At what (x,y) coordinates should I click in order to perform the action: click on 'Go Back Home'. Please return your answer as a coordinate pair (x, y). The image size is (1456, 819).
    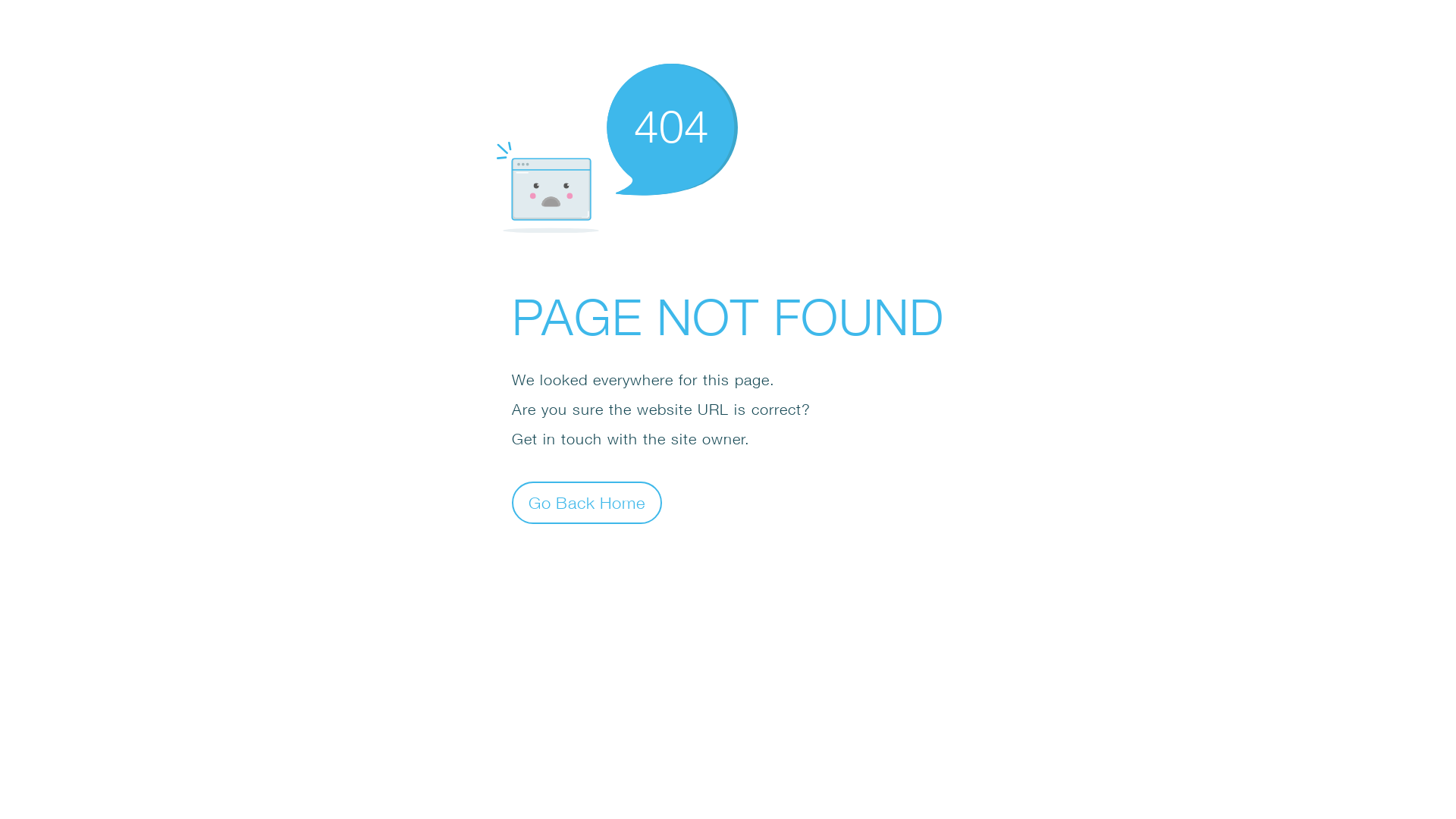
    Looking at the image, I should click on (585, 503).